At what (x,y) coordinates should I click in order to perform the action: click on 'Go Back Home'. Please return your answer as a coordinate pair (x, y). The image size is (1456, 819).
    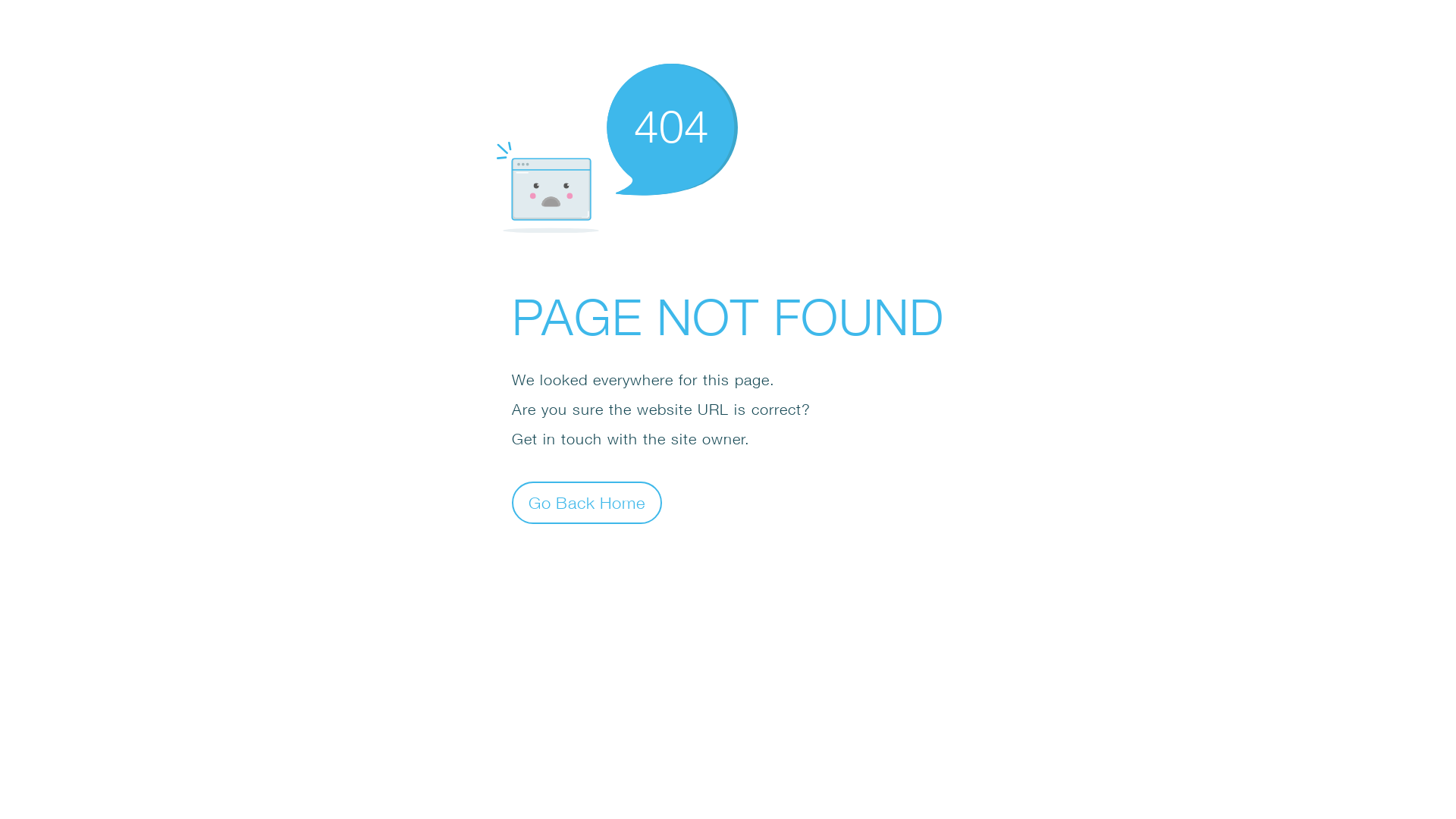
    Looking at the image, I should click on (585, 503).